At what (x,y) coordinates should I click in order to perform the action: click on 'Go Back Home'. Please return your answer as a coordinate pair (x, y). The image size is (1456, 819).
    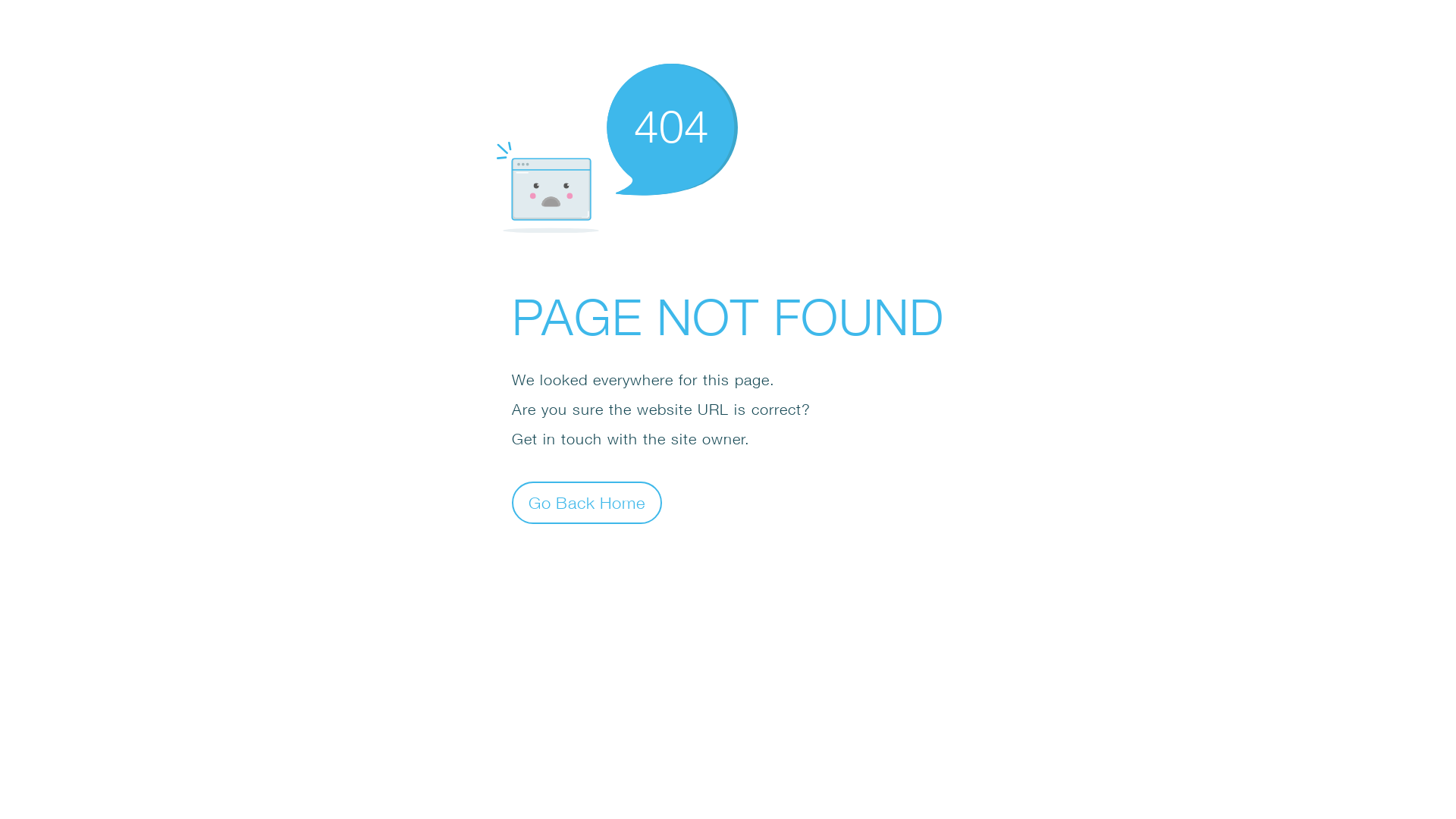
    Looking at the image, I should click on (585, 503).